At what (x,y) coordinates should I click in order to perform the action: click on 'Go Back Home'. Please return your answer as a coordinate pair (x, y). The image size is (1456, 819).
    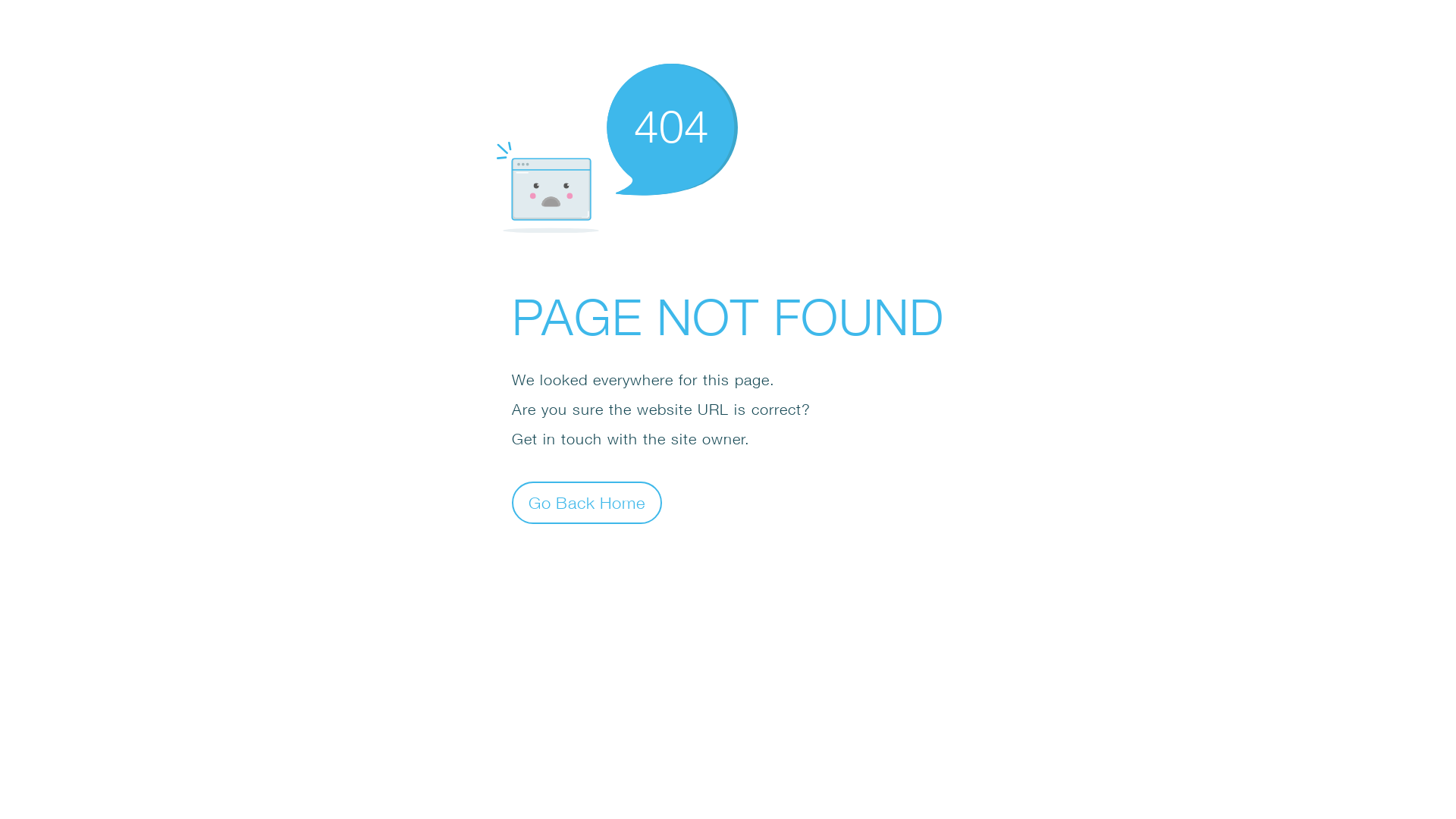
    Looking at the image, I should click on (585, 503).